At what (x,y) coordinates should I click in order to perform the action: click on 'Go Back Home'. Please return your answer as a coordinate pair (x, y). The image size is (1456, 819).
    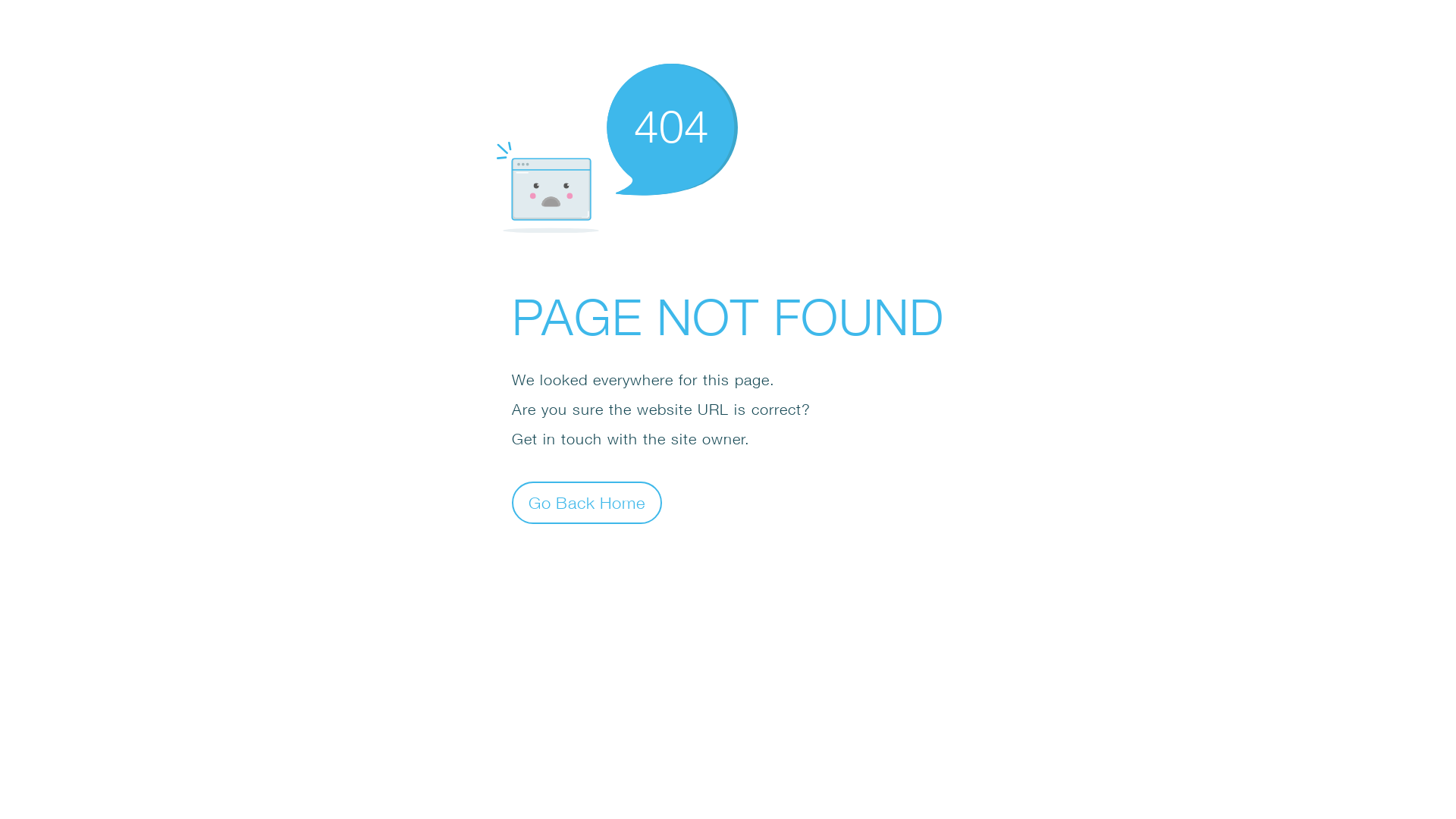
    Looking at the image, I should click on (585, 503).